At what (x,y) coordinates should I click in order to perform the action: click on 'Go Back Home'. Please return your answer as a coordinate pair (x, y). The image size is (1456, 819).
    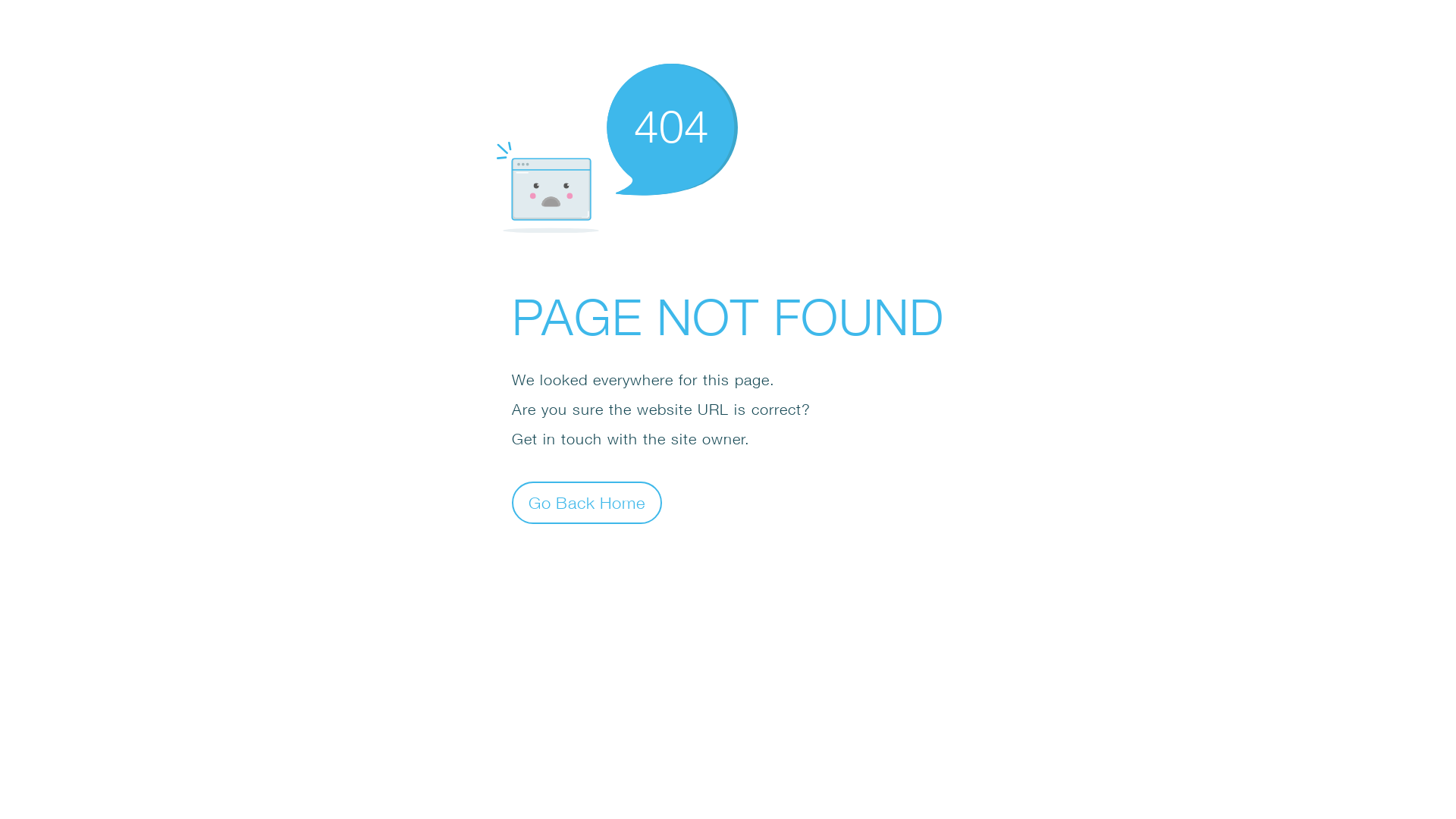
    Looking at the image, I should click on (585, 503).